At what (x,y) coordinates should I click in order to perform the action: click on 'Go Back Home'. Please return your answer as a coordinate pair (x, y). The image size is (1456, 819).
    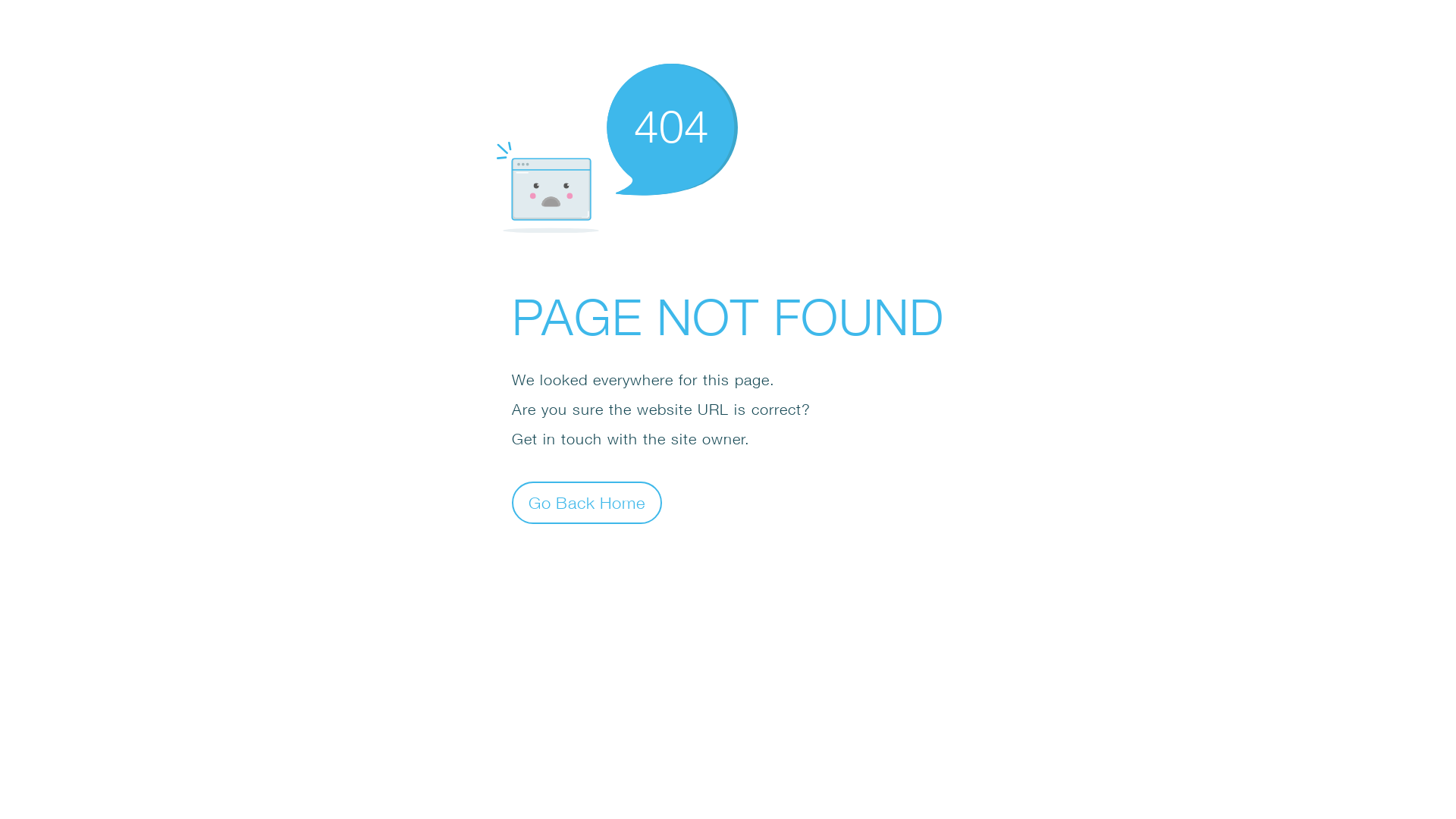
    Looking at the image, I should click on (585, 503).